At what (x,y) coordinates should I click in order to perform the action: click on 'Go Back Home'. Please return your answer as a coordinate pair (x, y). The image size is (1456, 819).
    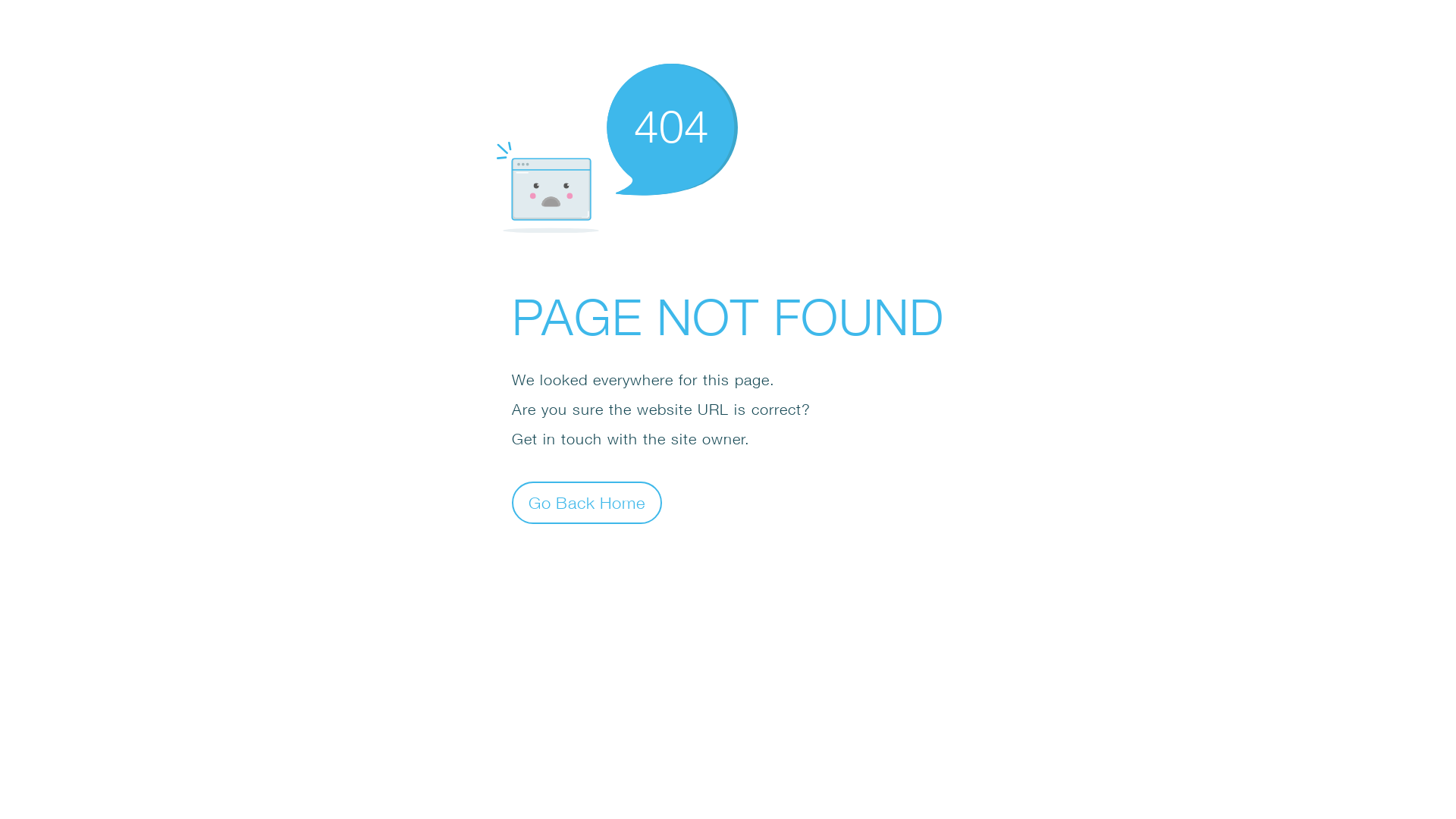
    Looking at the image, I should click on (585, 503).